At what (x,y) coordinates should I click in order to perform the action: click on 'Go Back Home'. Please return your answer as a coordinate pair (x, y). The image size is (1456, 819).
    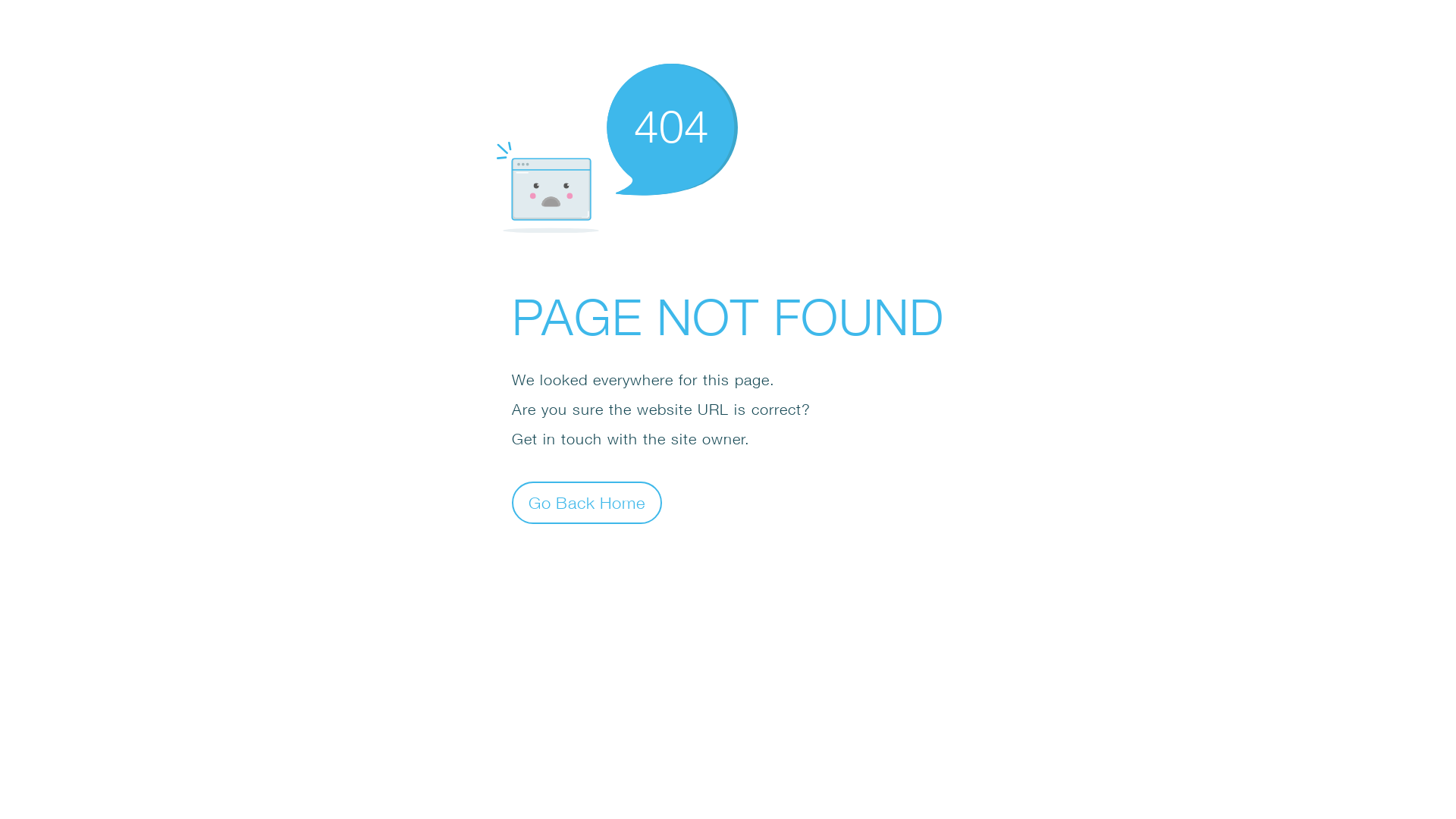
    Looking at the image, I should click on (585, 503).